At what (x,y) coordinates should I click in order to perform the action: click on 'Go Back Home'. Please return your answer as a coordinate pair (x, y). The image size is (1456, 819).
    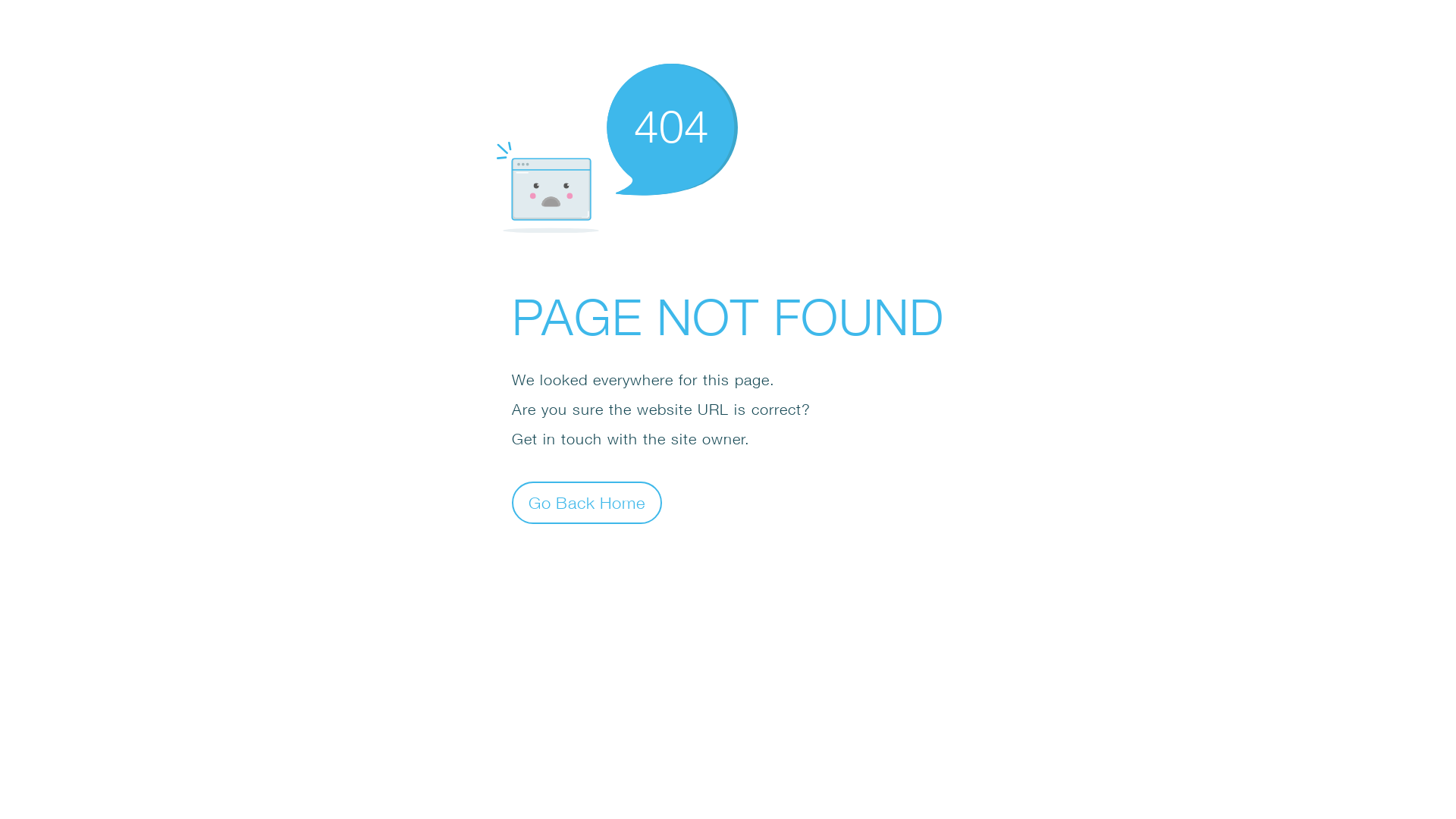
    Looking at the image, I should click on (585, 503).